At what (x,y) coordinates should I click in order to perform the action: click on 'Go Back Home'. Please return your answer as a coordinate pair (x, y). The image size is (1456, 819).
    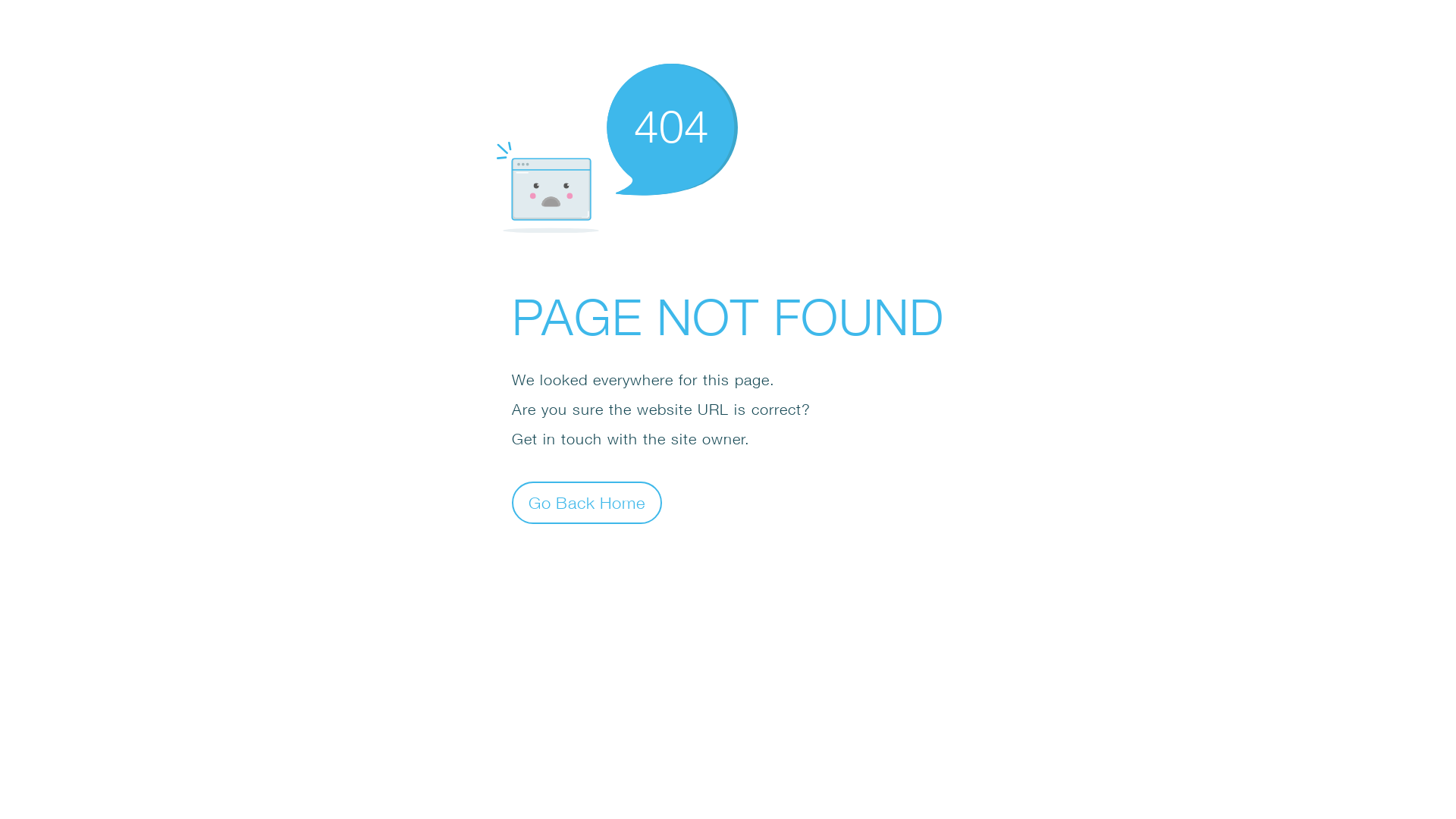
    Looking at the image, I should click on (585, 503).